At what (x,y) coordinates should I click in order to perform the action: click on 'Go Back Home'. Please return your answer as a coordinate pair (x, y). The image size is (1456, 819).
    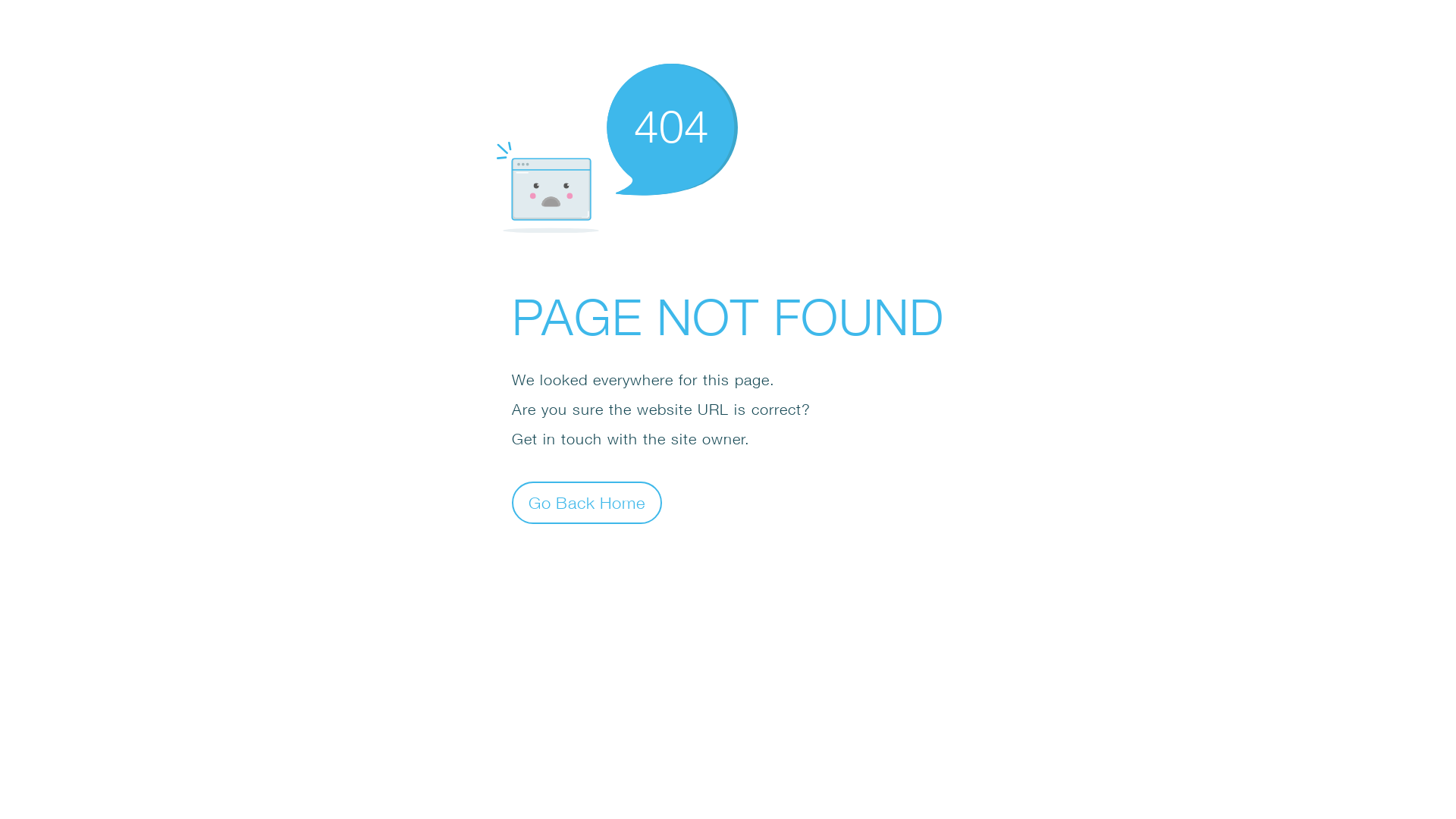
    Looking at the image, I should click on (585, 503).